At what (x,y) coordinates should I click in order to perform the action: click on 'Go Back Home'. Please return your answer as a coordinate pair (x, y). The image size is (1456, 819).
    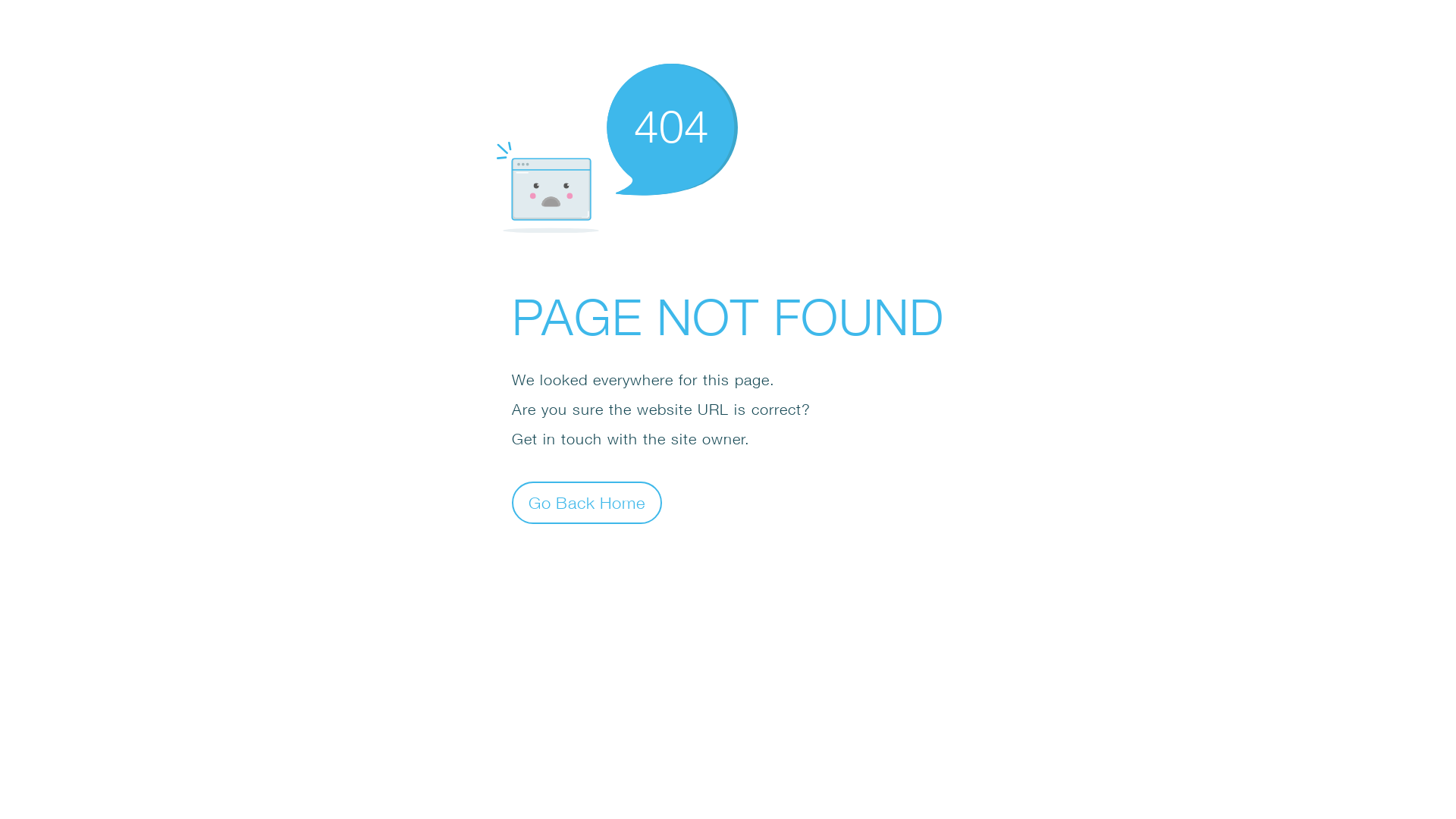
    Looking at the image, I should click on (585, 503).